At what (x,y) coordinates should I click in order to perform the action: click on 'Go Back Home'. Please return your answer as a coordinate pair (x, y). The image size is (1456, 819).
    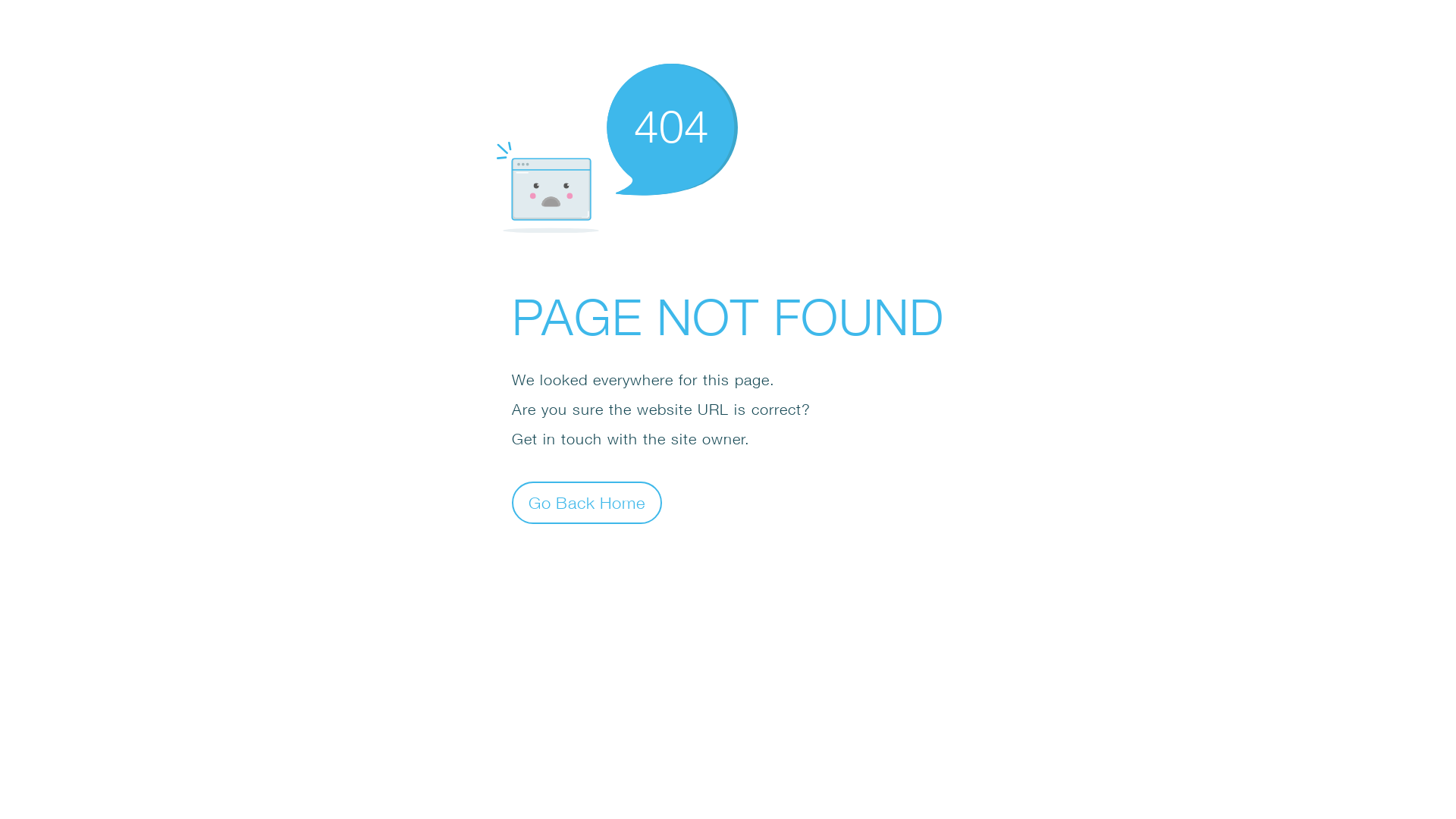
    Looking at the image, I should click on (585, 503).